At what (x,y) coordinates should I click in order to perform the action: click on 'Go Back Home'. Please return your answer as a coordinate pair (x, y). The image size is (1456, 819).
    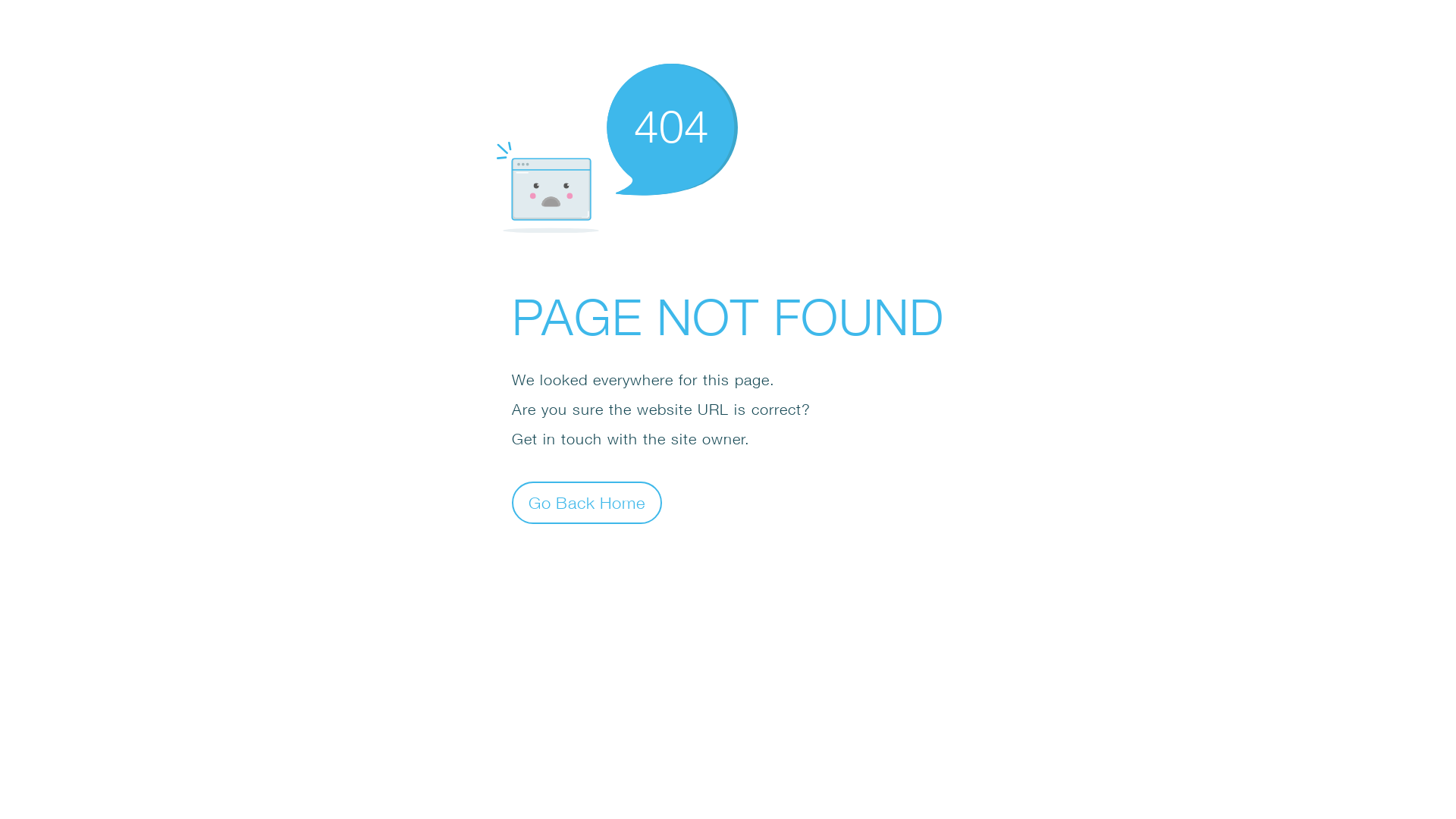
    Looking at the image, I should click on (585, 503).